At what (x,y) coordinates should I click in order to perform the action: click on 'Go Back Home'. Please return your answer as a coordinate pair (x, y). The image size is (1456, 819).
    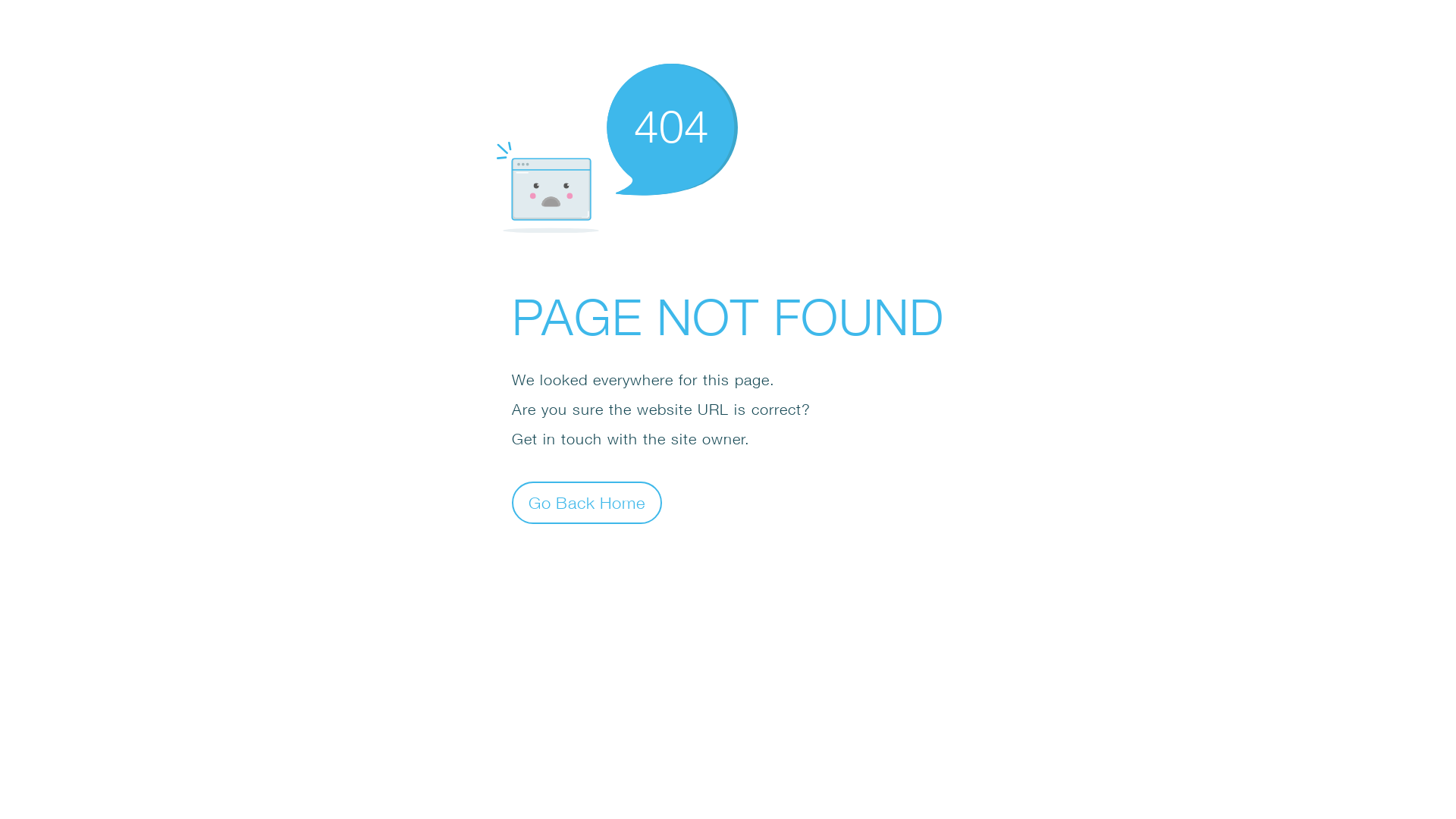
    Looking at the image, I should click on (585, 503).